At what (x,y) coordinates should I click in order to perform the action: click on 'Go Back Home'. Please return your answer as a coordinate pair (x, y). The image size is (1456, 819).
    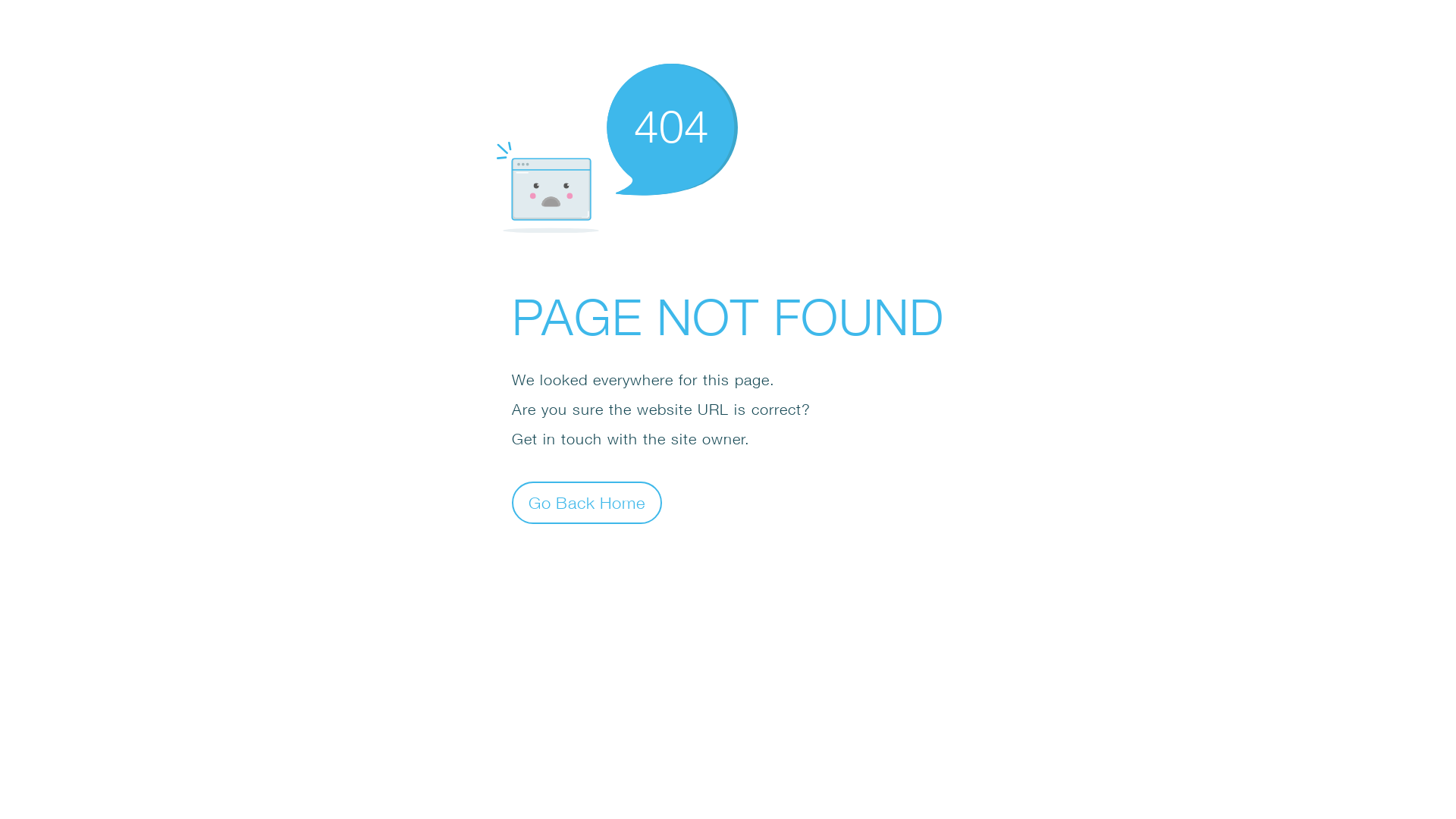
    Looking at the image, I should click on (585, 503).